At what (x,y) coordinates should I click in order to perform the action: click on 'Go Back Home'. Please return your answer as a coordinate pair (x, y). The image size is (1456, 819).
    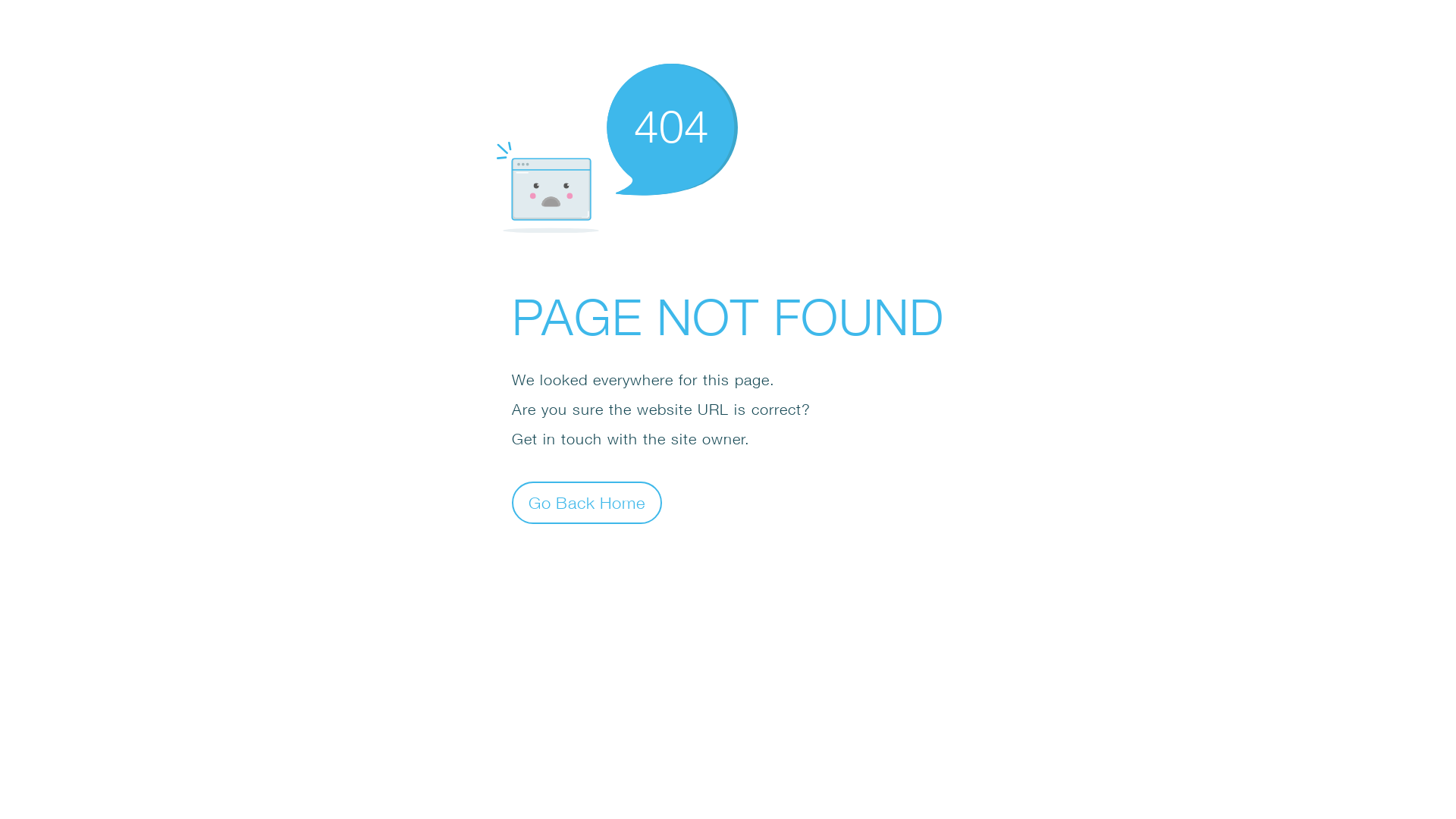
    Looking at the image, I should click on (585, 503).